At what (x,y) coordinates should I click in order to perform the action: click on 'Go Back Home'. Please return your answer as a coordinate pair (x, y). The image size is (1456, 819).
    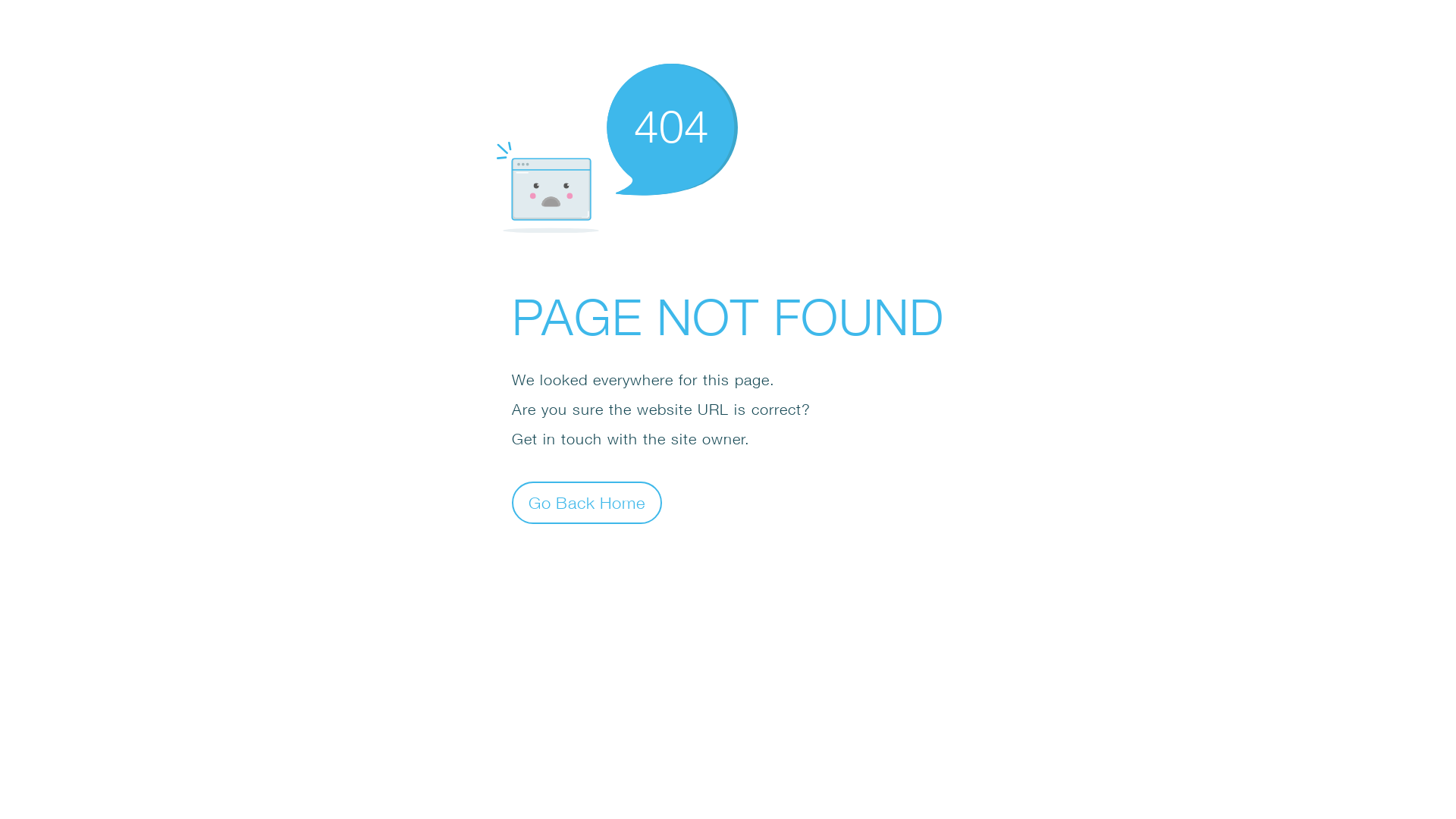
    Looking at the image, I should click on (585, 503).